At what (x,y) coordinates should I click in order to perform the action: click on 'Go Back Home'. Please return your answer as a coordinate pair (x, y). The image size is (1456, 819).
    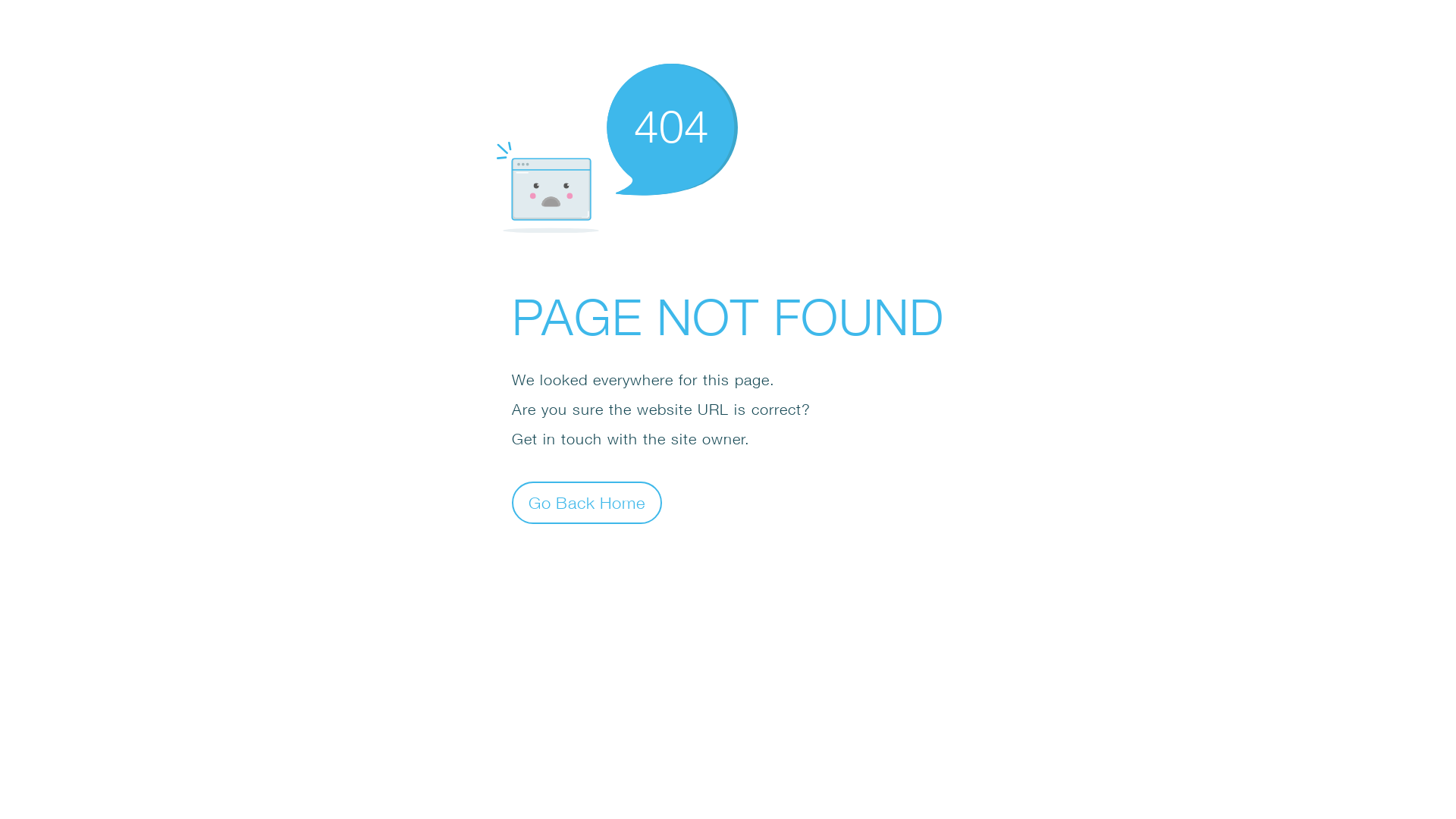
    Looking at the image, I should click on (585, 503).